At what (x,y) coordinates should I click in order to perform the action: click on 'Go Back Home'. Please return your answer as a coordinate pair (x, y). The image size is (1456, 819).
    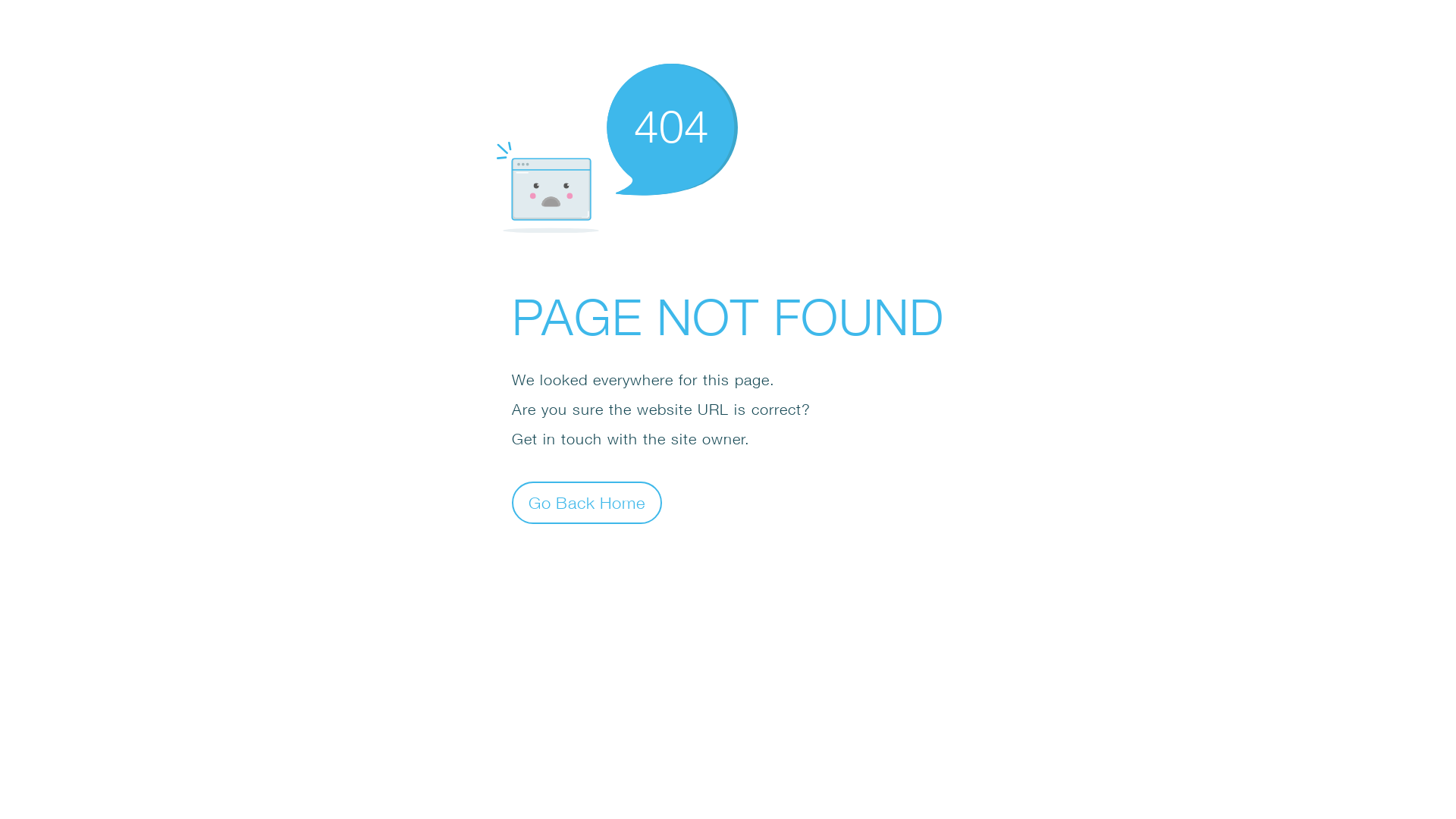
    Looking at the image, I should click on (585, 503).